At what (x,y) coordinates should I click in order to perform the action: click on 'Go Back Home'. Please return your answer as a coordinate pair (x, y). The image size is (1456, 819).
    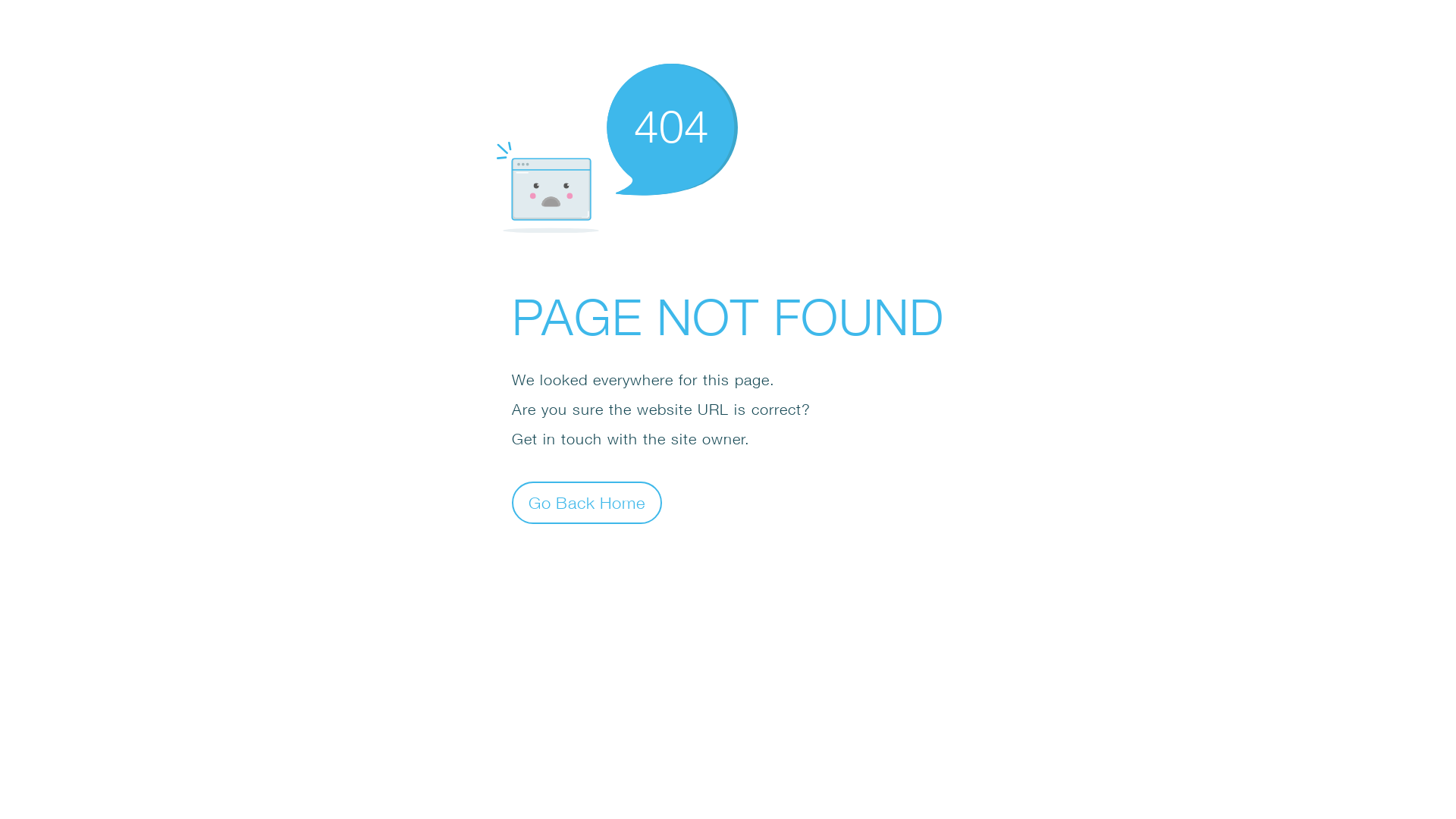
    Looking at the image, I should click on (585, 503).